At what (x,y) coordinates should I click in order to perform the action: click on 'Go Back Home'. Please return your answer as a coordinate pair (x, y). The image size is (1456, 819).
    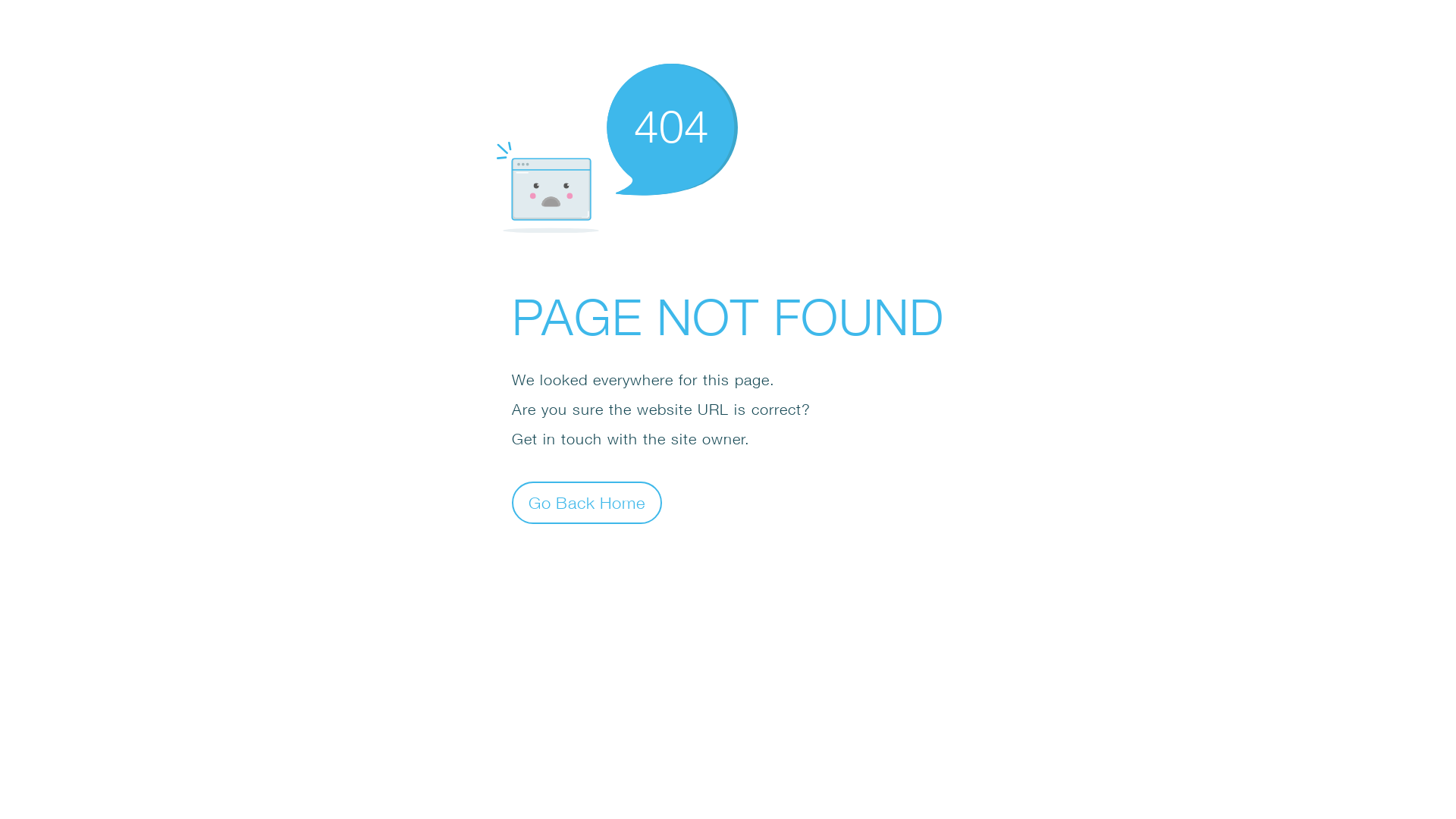
    Looking at the image, I should click on (585, 503).